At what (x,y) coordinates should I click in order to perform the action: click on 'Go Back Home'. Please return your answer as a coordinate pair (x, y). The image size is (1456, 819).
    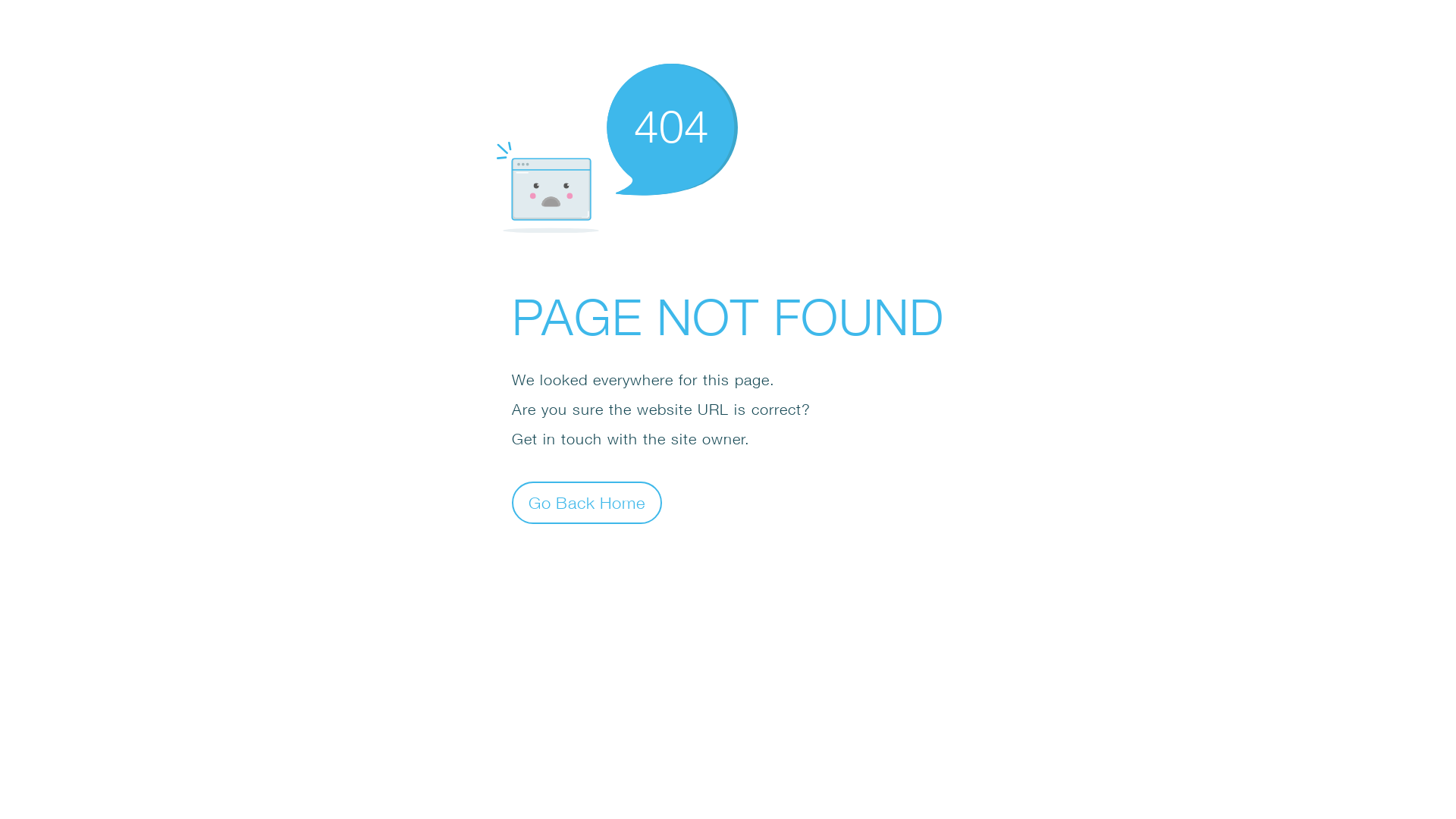
    Looking at the image, I should click on (585, 503).